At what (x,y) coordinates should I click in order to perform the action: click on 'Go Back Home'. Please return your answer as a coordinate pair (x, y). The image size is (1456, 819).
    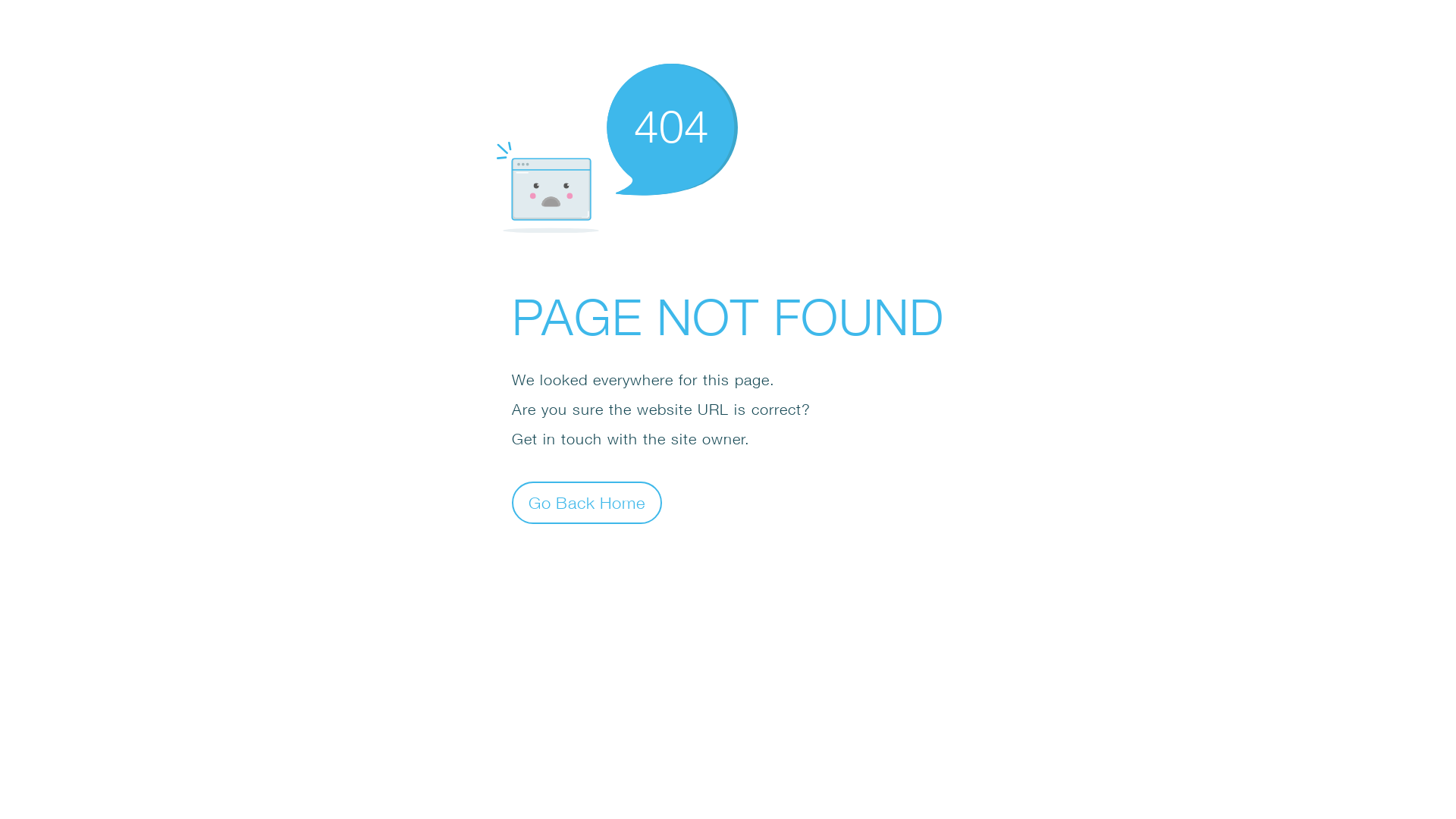
    Looking at the image, I should click on (585, 503).